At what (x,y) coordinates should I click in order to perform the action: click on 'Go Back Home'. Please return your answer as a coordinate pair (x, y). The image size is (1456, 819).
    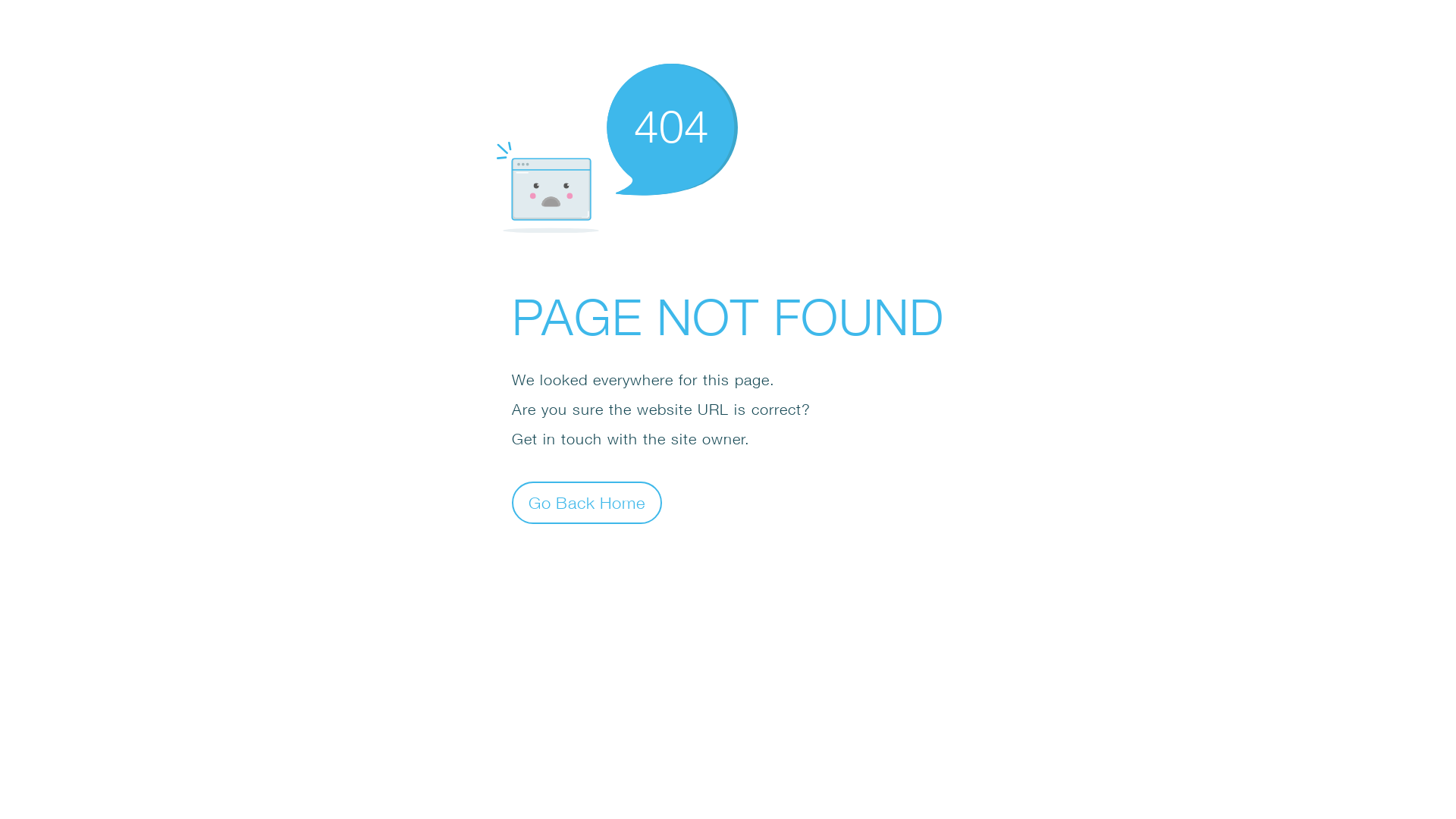
    Looking at the image, I should click on (585, 503).